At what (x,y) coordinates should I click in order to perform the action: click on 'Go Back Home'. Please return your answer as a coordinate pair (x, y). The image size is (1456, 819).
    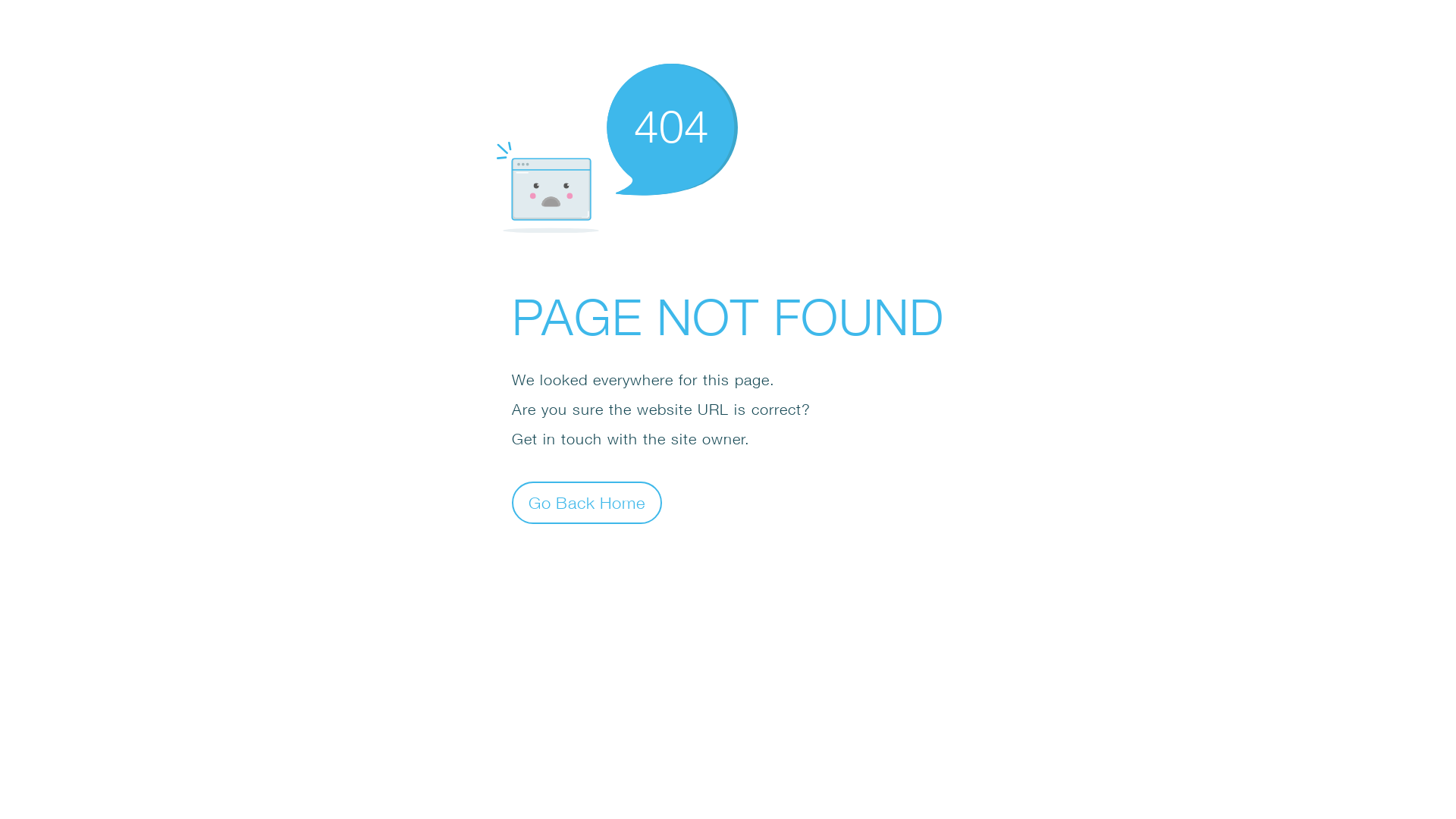
    Looking at the image, I should click on (585, 503).